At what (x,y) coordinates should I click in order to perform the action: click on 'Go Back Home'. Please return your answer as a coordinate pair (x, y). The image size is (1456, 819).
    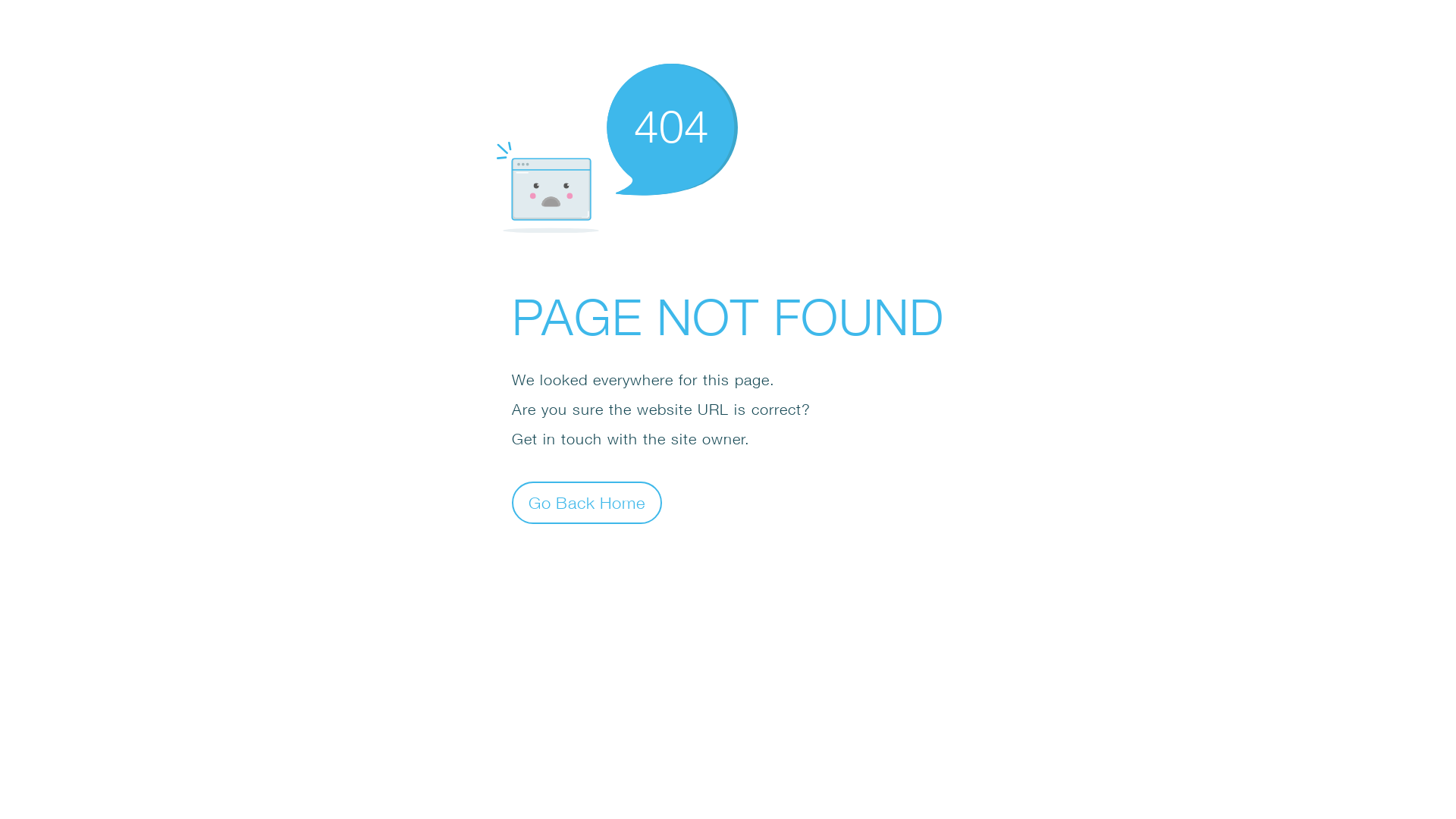
    Looking at the image, I should click on (585, 503).